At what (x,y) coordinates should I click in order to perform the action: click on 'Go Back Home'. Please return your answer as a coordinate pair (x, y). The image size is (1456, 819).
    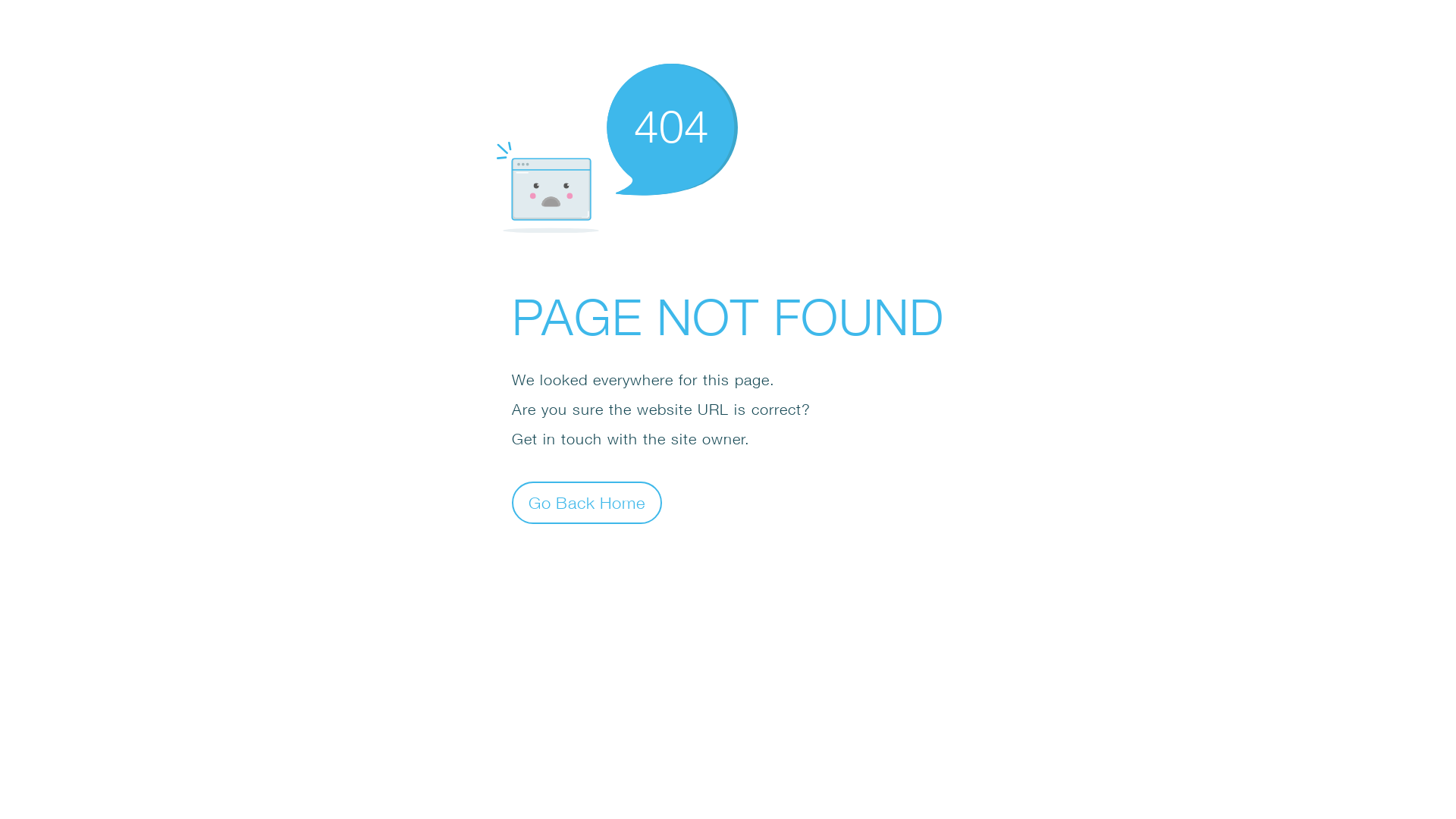
    Looking at the image, I should click on (585, 503).